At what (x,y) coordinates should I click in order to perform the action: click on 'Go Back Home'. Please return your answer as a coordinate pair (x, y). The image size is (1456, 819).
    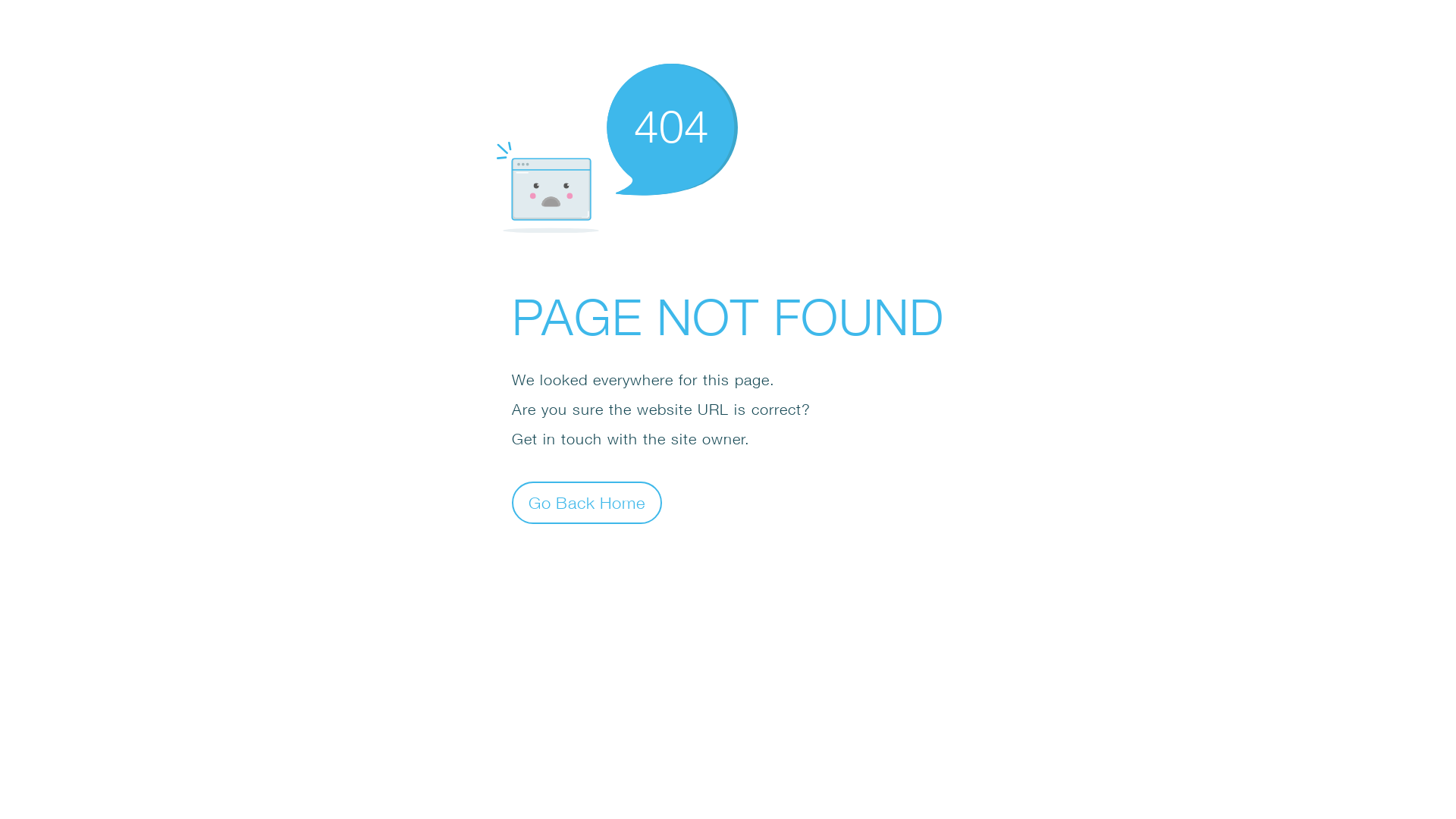
    Looking at the image, I should click on (585, 503).